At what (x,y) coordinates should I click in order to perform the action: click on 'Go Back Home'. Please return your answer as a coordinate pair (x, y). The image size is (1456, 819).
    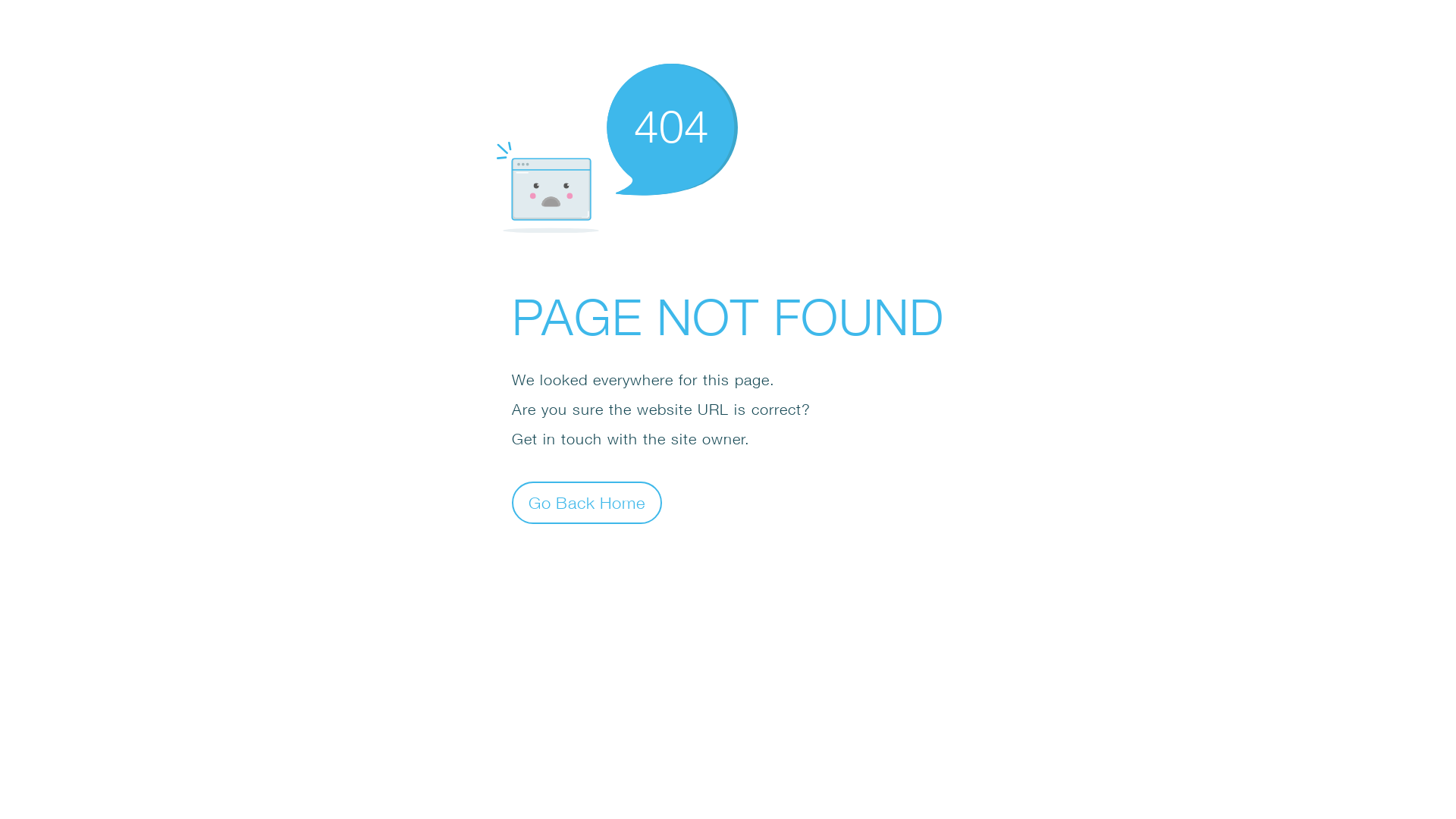
    Looking at the image, I should click on (585, 503).